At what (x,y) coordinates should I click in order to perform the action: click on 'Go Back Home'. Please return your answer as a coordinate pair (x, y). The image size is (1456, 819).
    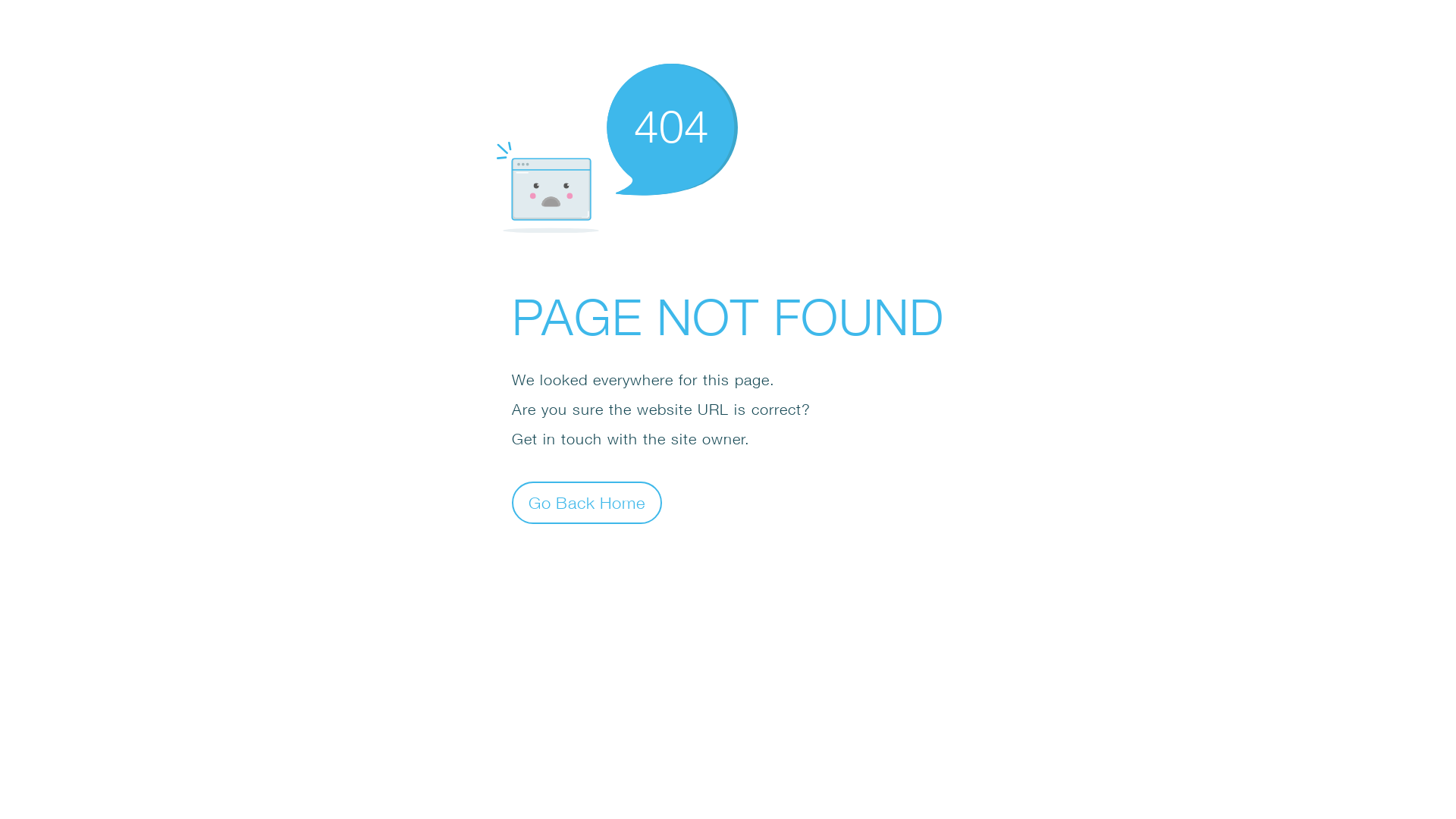
    Looking at the image, I should click on (585, 503).